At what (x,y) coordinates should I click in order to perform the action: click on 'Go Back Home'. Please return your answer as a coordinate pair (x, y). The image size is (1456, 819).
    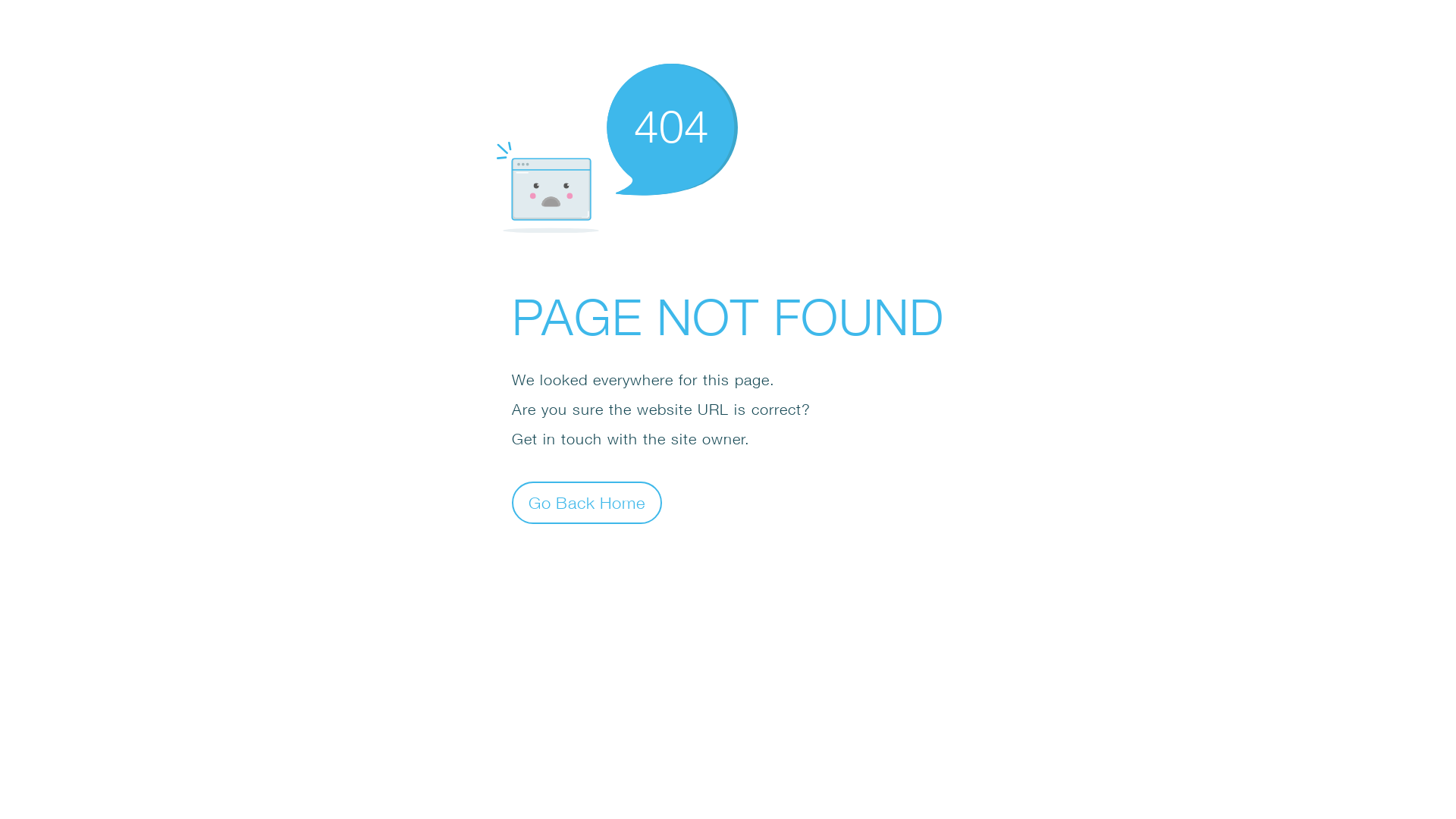
    Looking at the image, I should click on (585, 503).